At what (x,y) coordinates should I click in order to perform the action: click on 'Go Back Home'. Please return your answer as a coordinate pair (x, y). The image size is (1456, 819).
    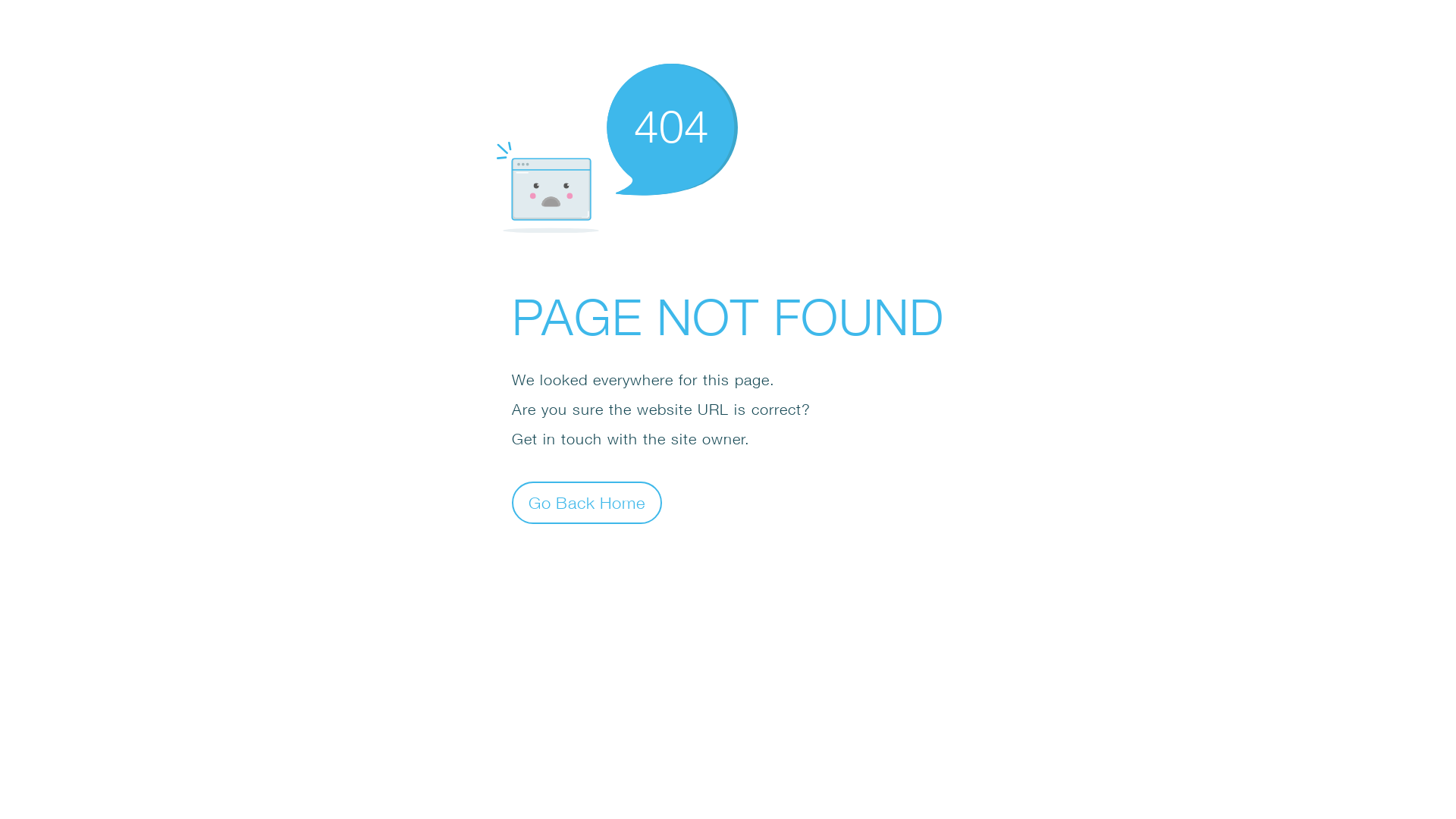
    Looking at the image, I should click on (585, 503).